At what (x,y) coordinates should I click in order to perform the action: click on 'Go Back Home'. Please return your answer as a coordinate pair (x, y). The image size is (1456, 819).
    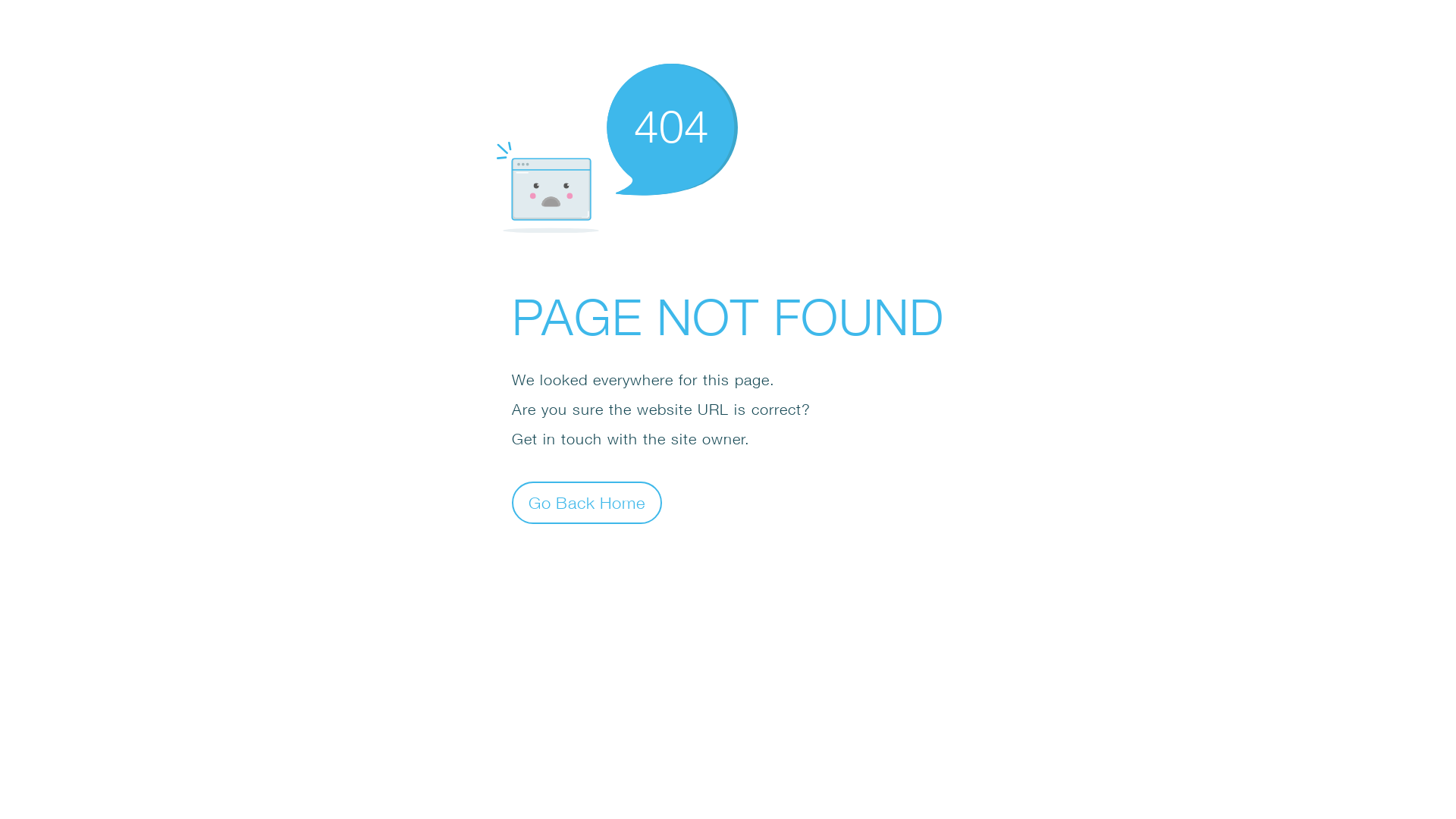
    Looking at the image, I should click on (585, 503).